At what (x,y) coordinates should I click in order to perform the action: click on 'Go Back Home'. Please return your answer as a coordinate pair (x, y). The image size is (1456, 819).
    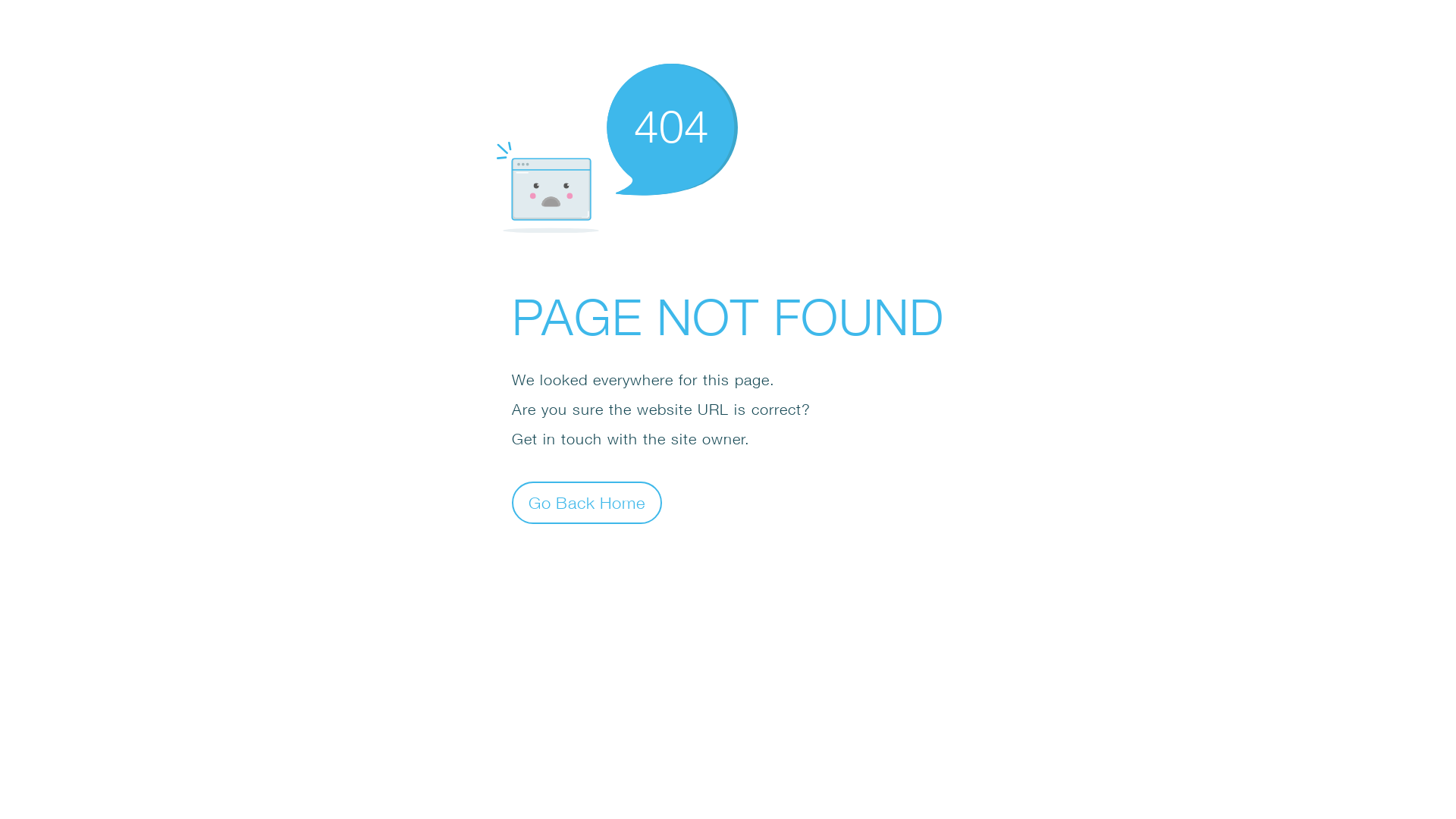
    Looking at the image, I should click on (585, 503).